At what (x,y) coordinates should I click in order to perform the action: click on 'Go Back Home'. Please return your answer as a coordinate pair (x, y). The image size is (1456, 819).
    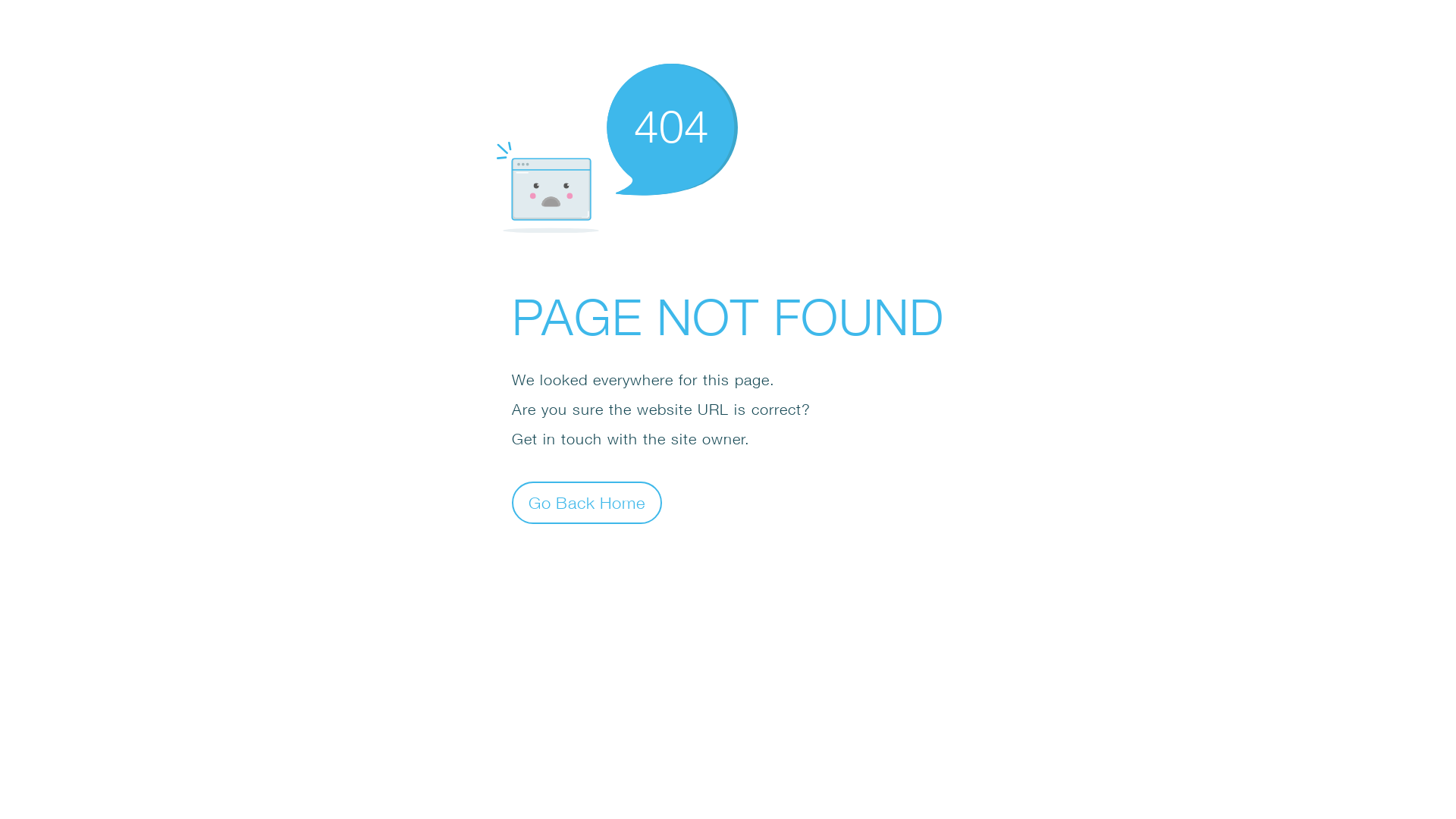
    Looking at the image, I should click on (585, 503).